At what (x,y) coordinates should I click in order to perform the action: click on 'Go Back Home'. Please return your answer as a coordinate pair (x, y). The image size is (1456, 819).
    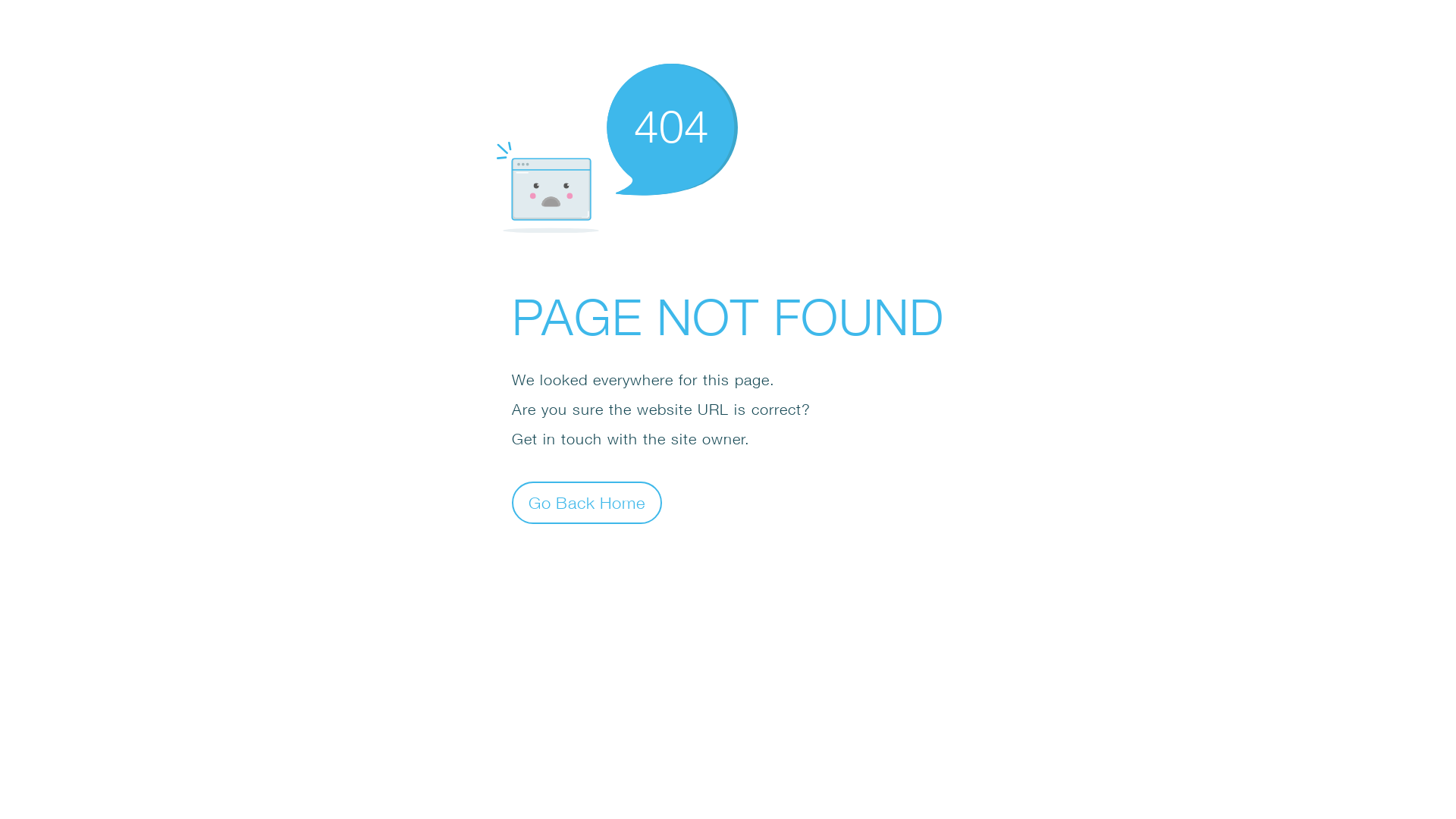
    Looking at the image, I should click on (585, 503).